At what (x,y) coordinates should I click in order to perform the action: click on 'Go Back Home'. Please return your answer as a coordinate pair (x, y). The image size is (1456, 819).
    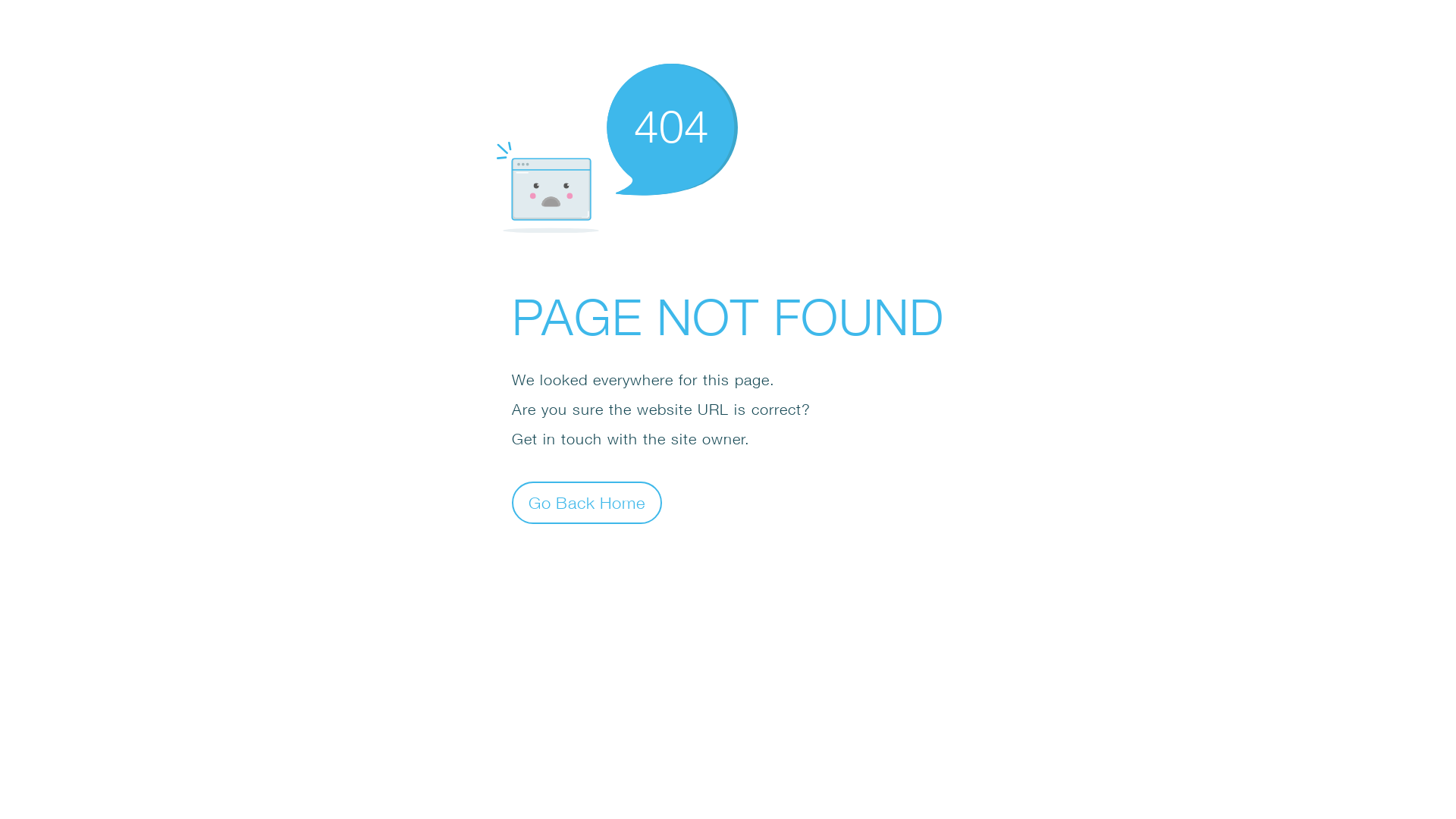
    Looking at the image, I should click on (585, 503).